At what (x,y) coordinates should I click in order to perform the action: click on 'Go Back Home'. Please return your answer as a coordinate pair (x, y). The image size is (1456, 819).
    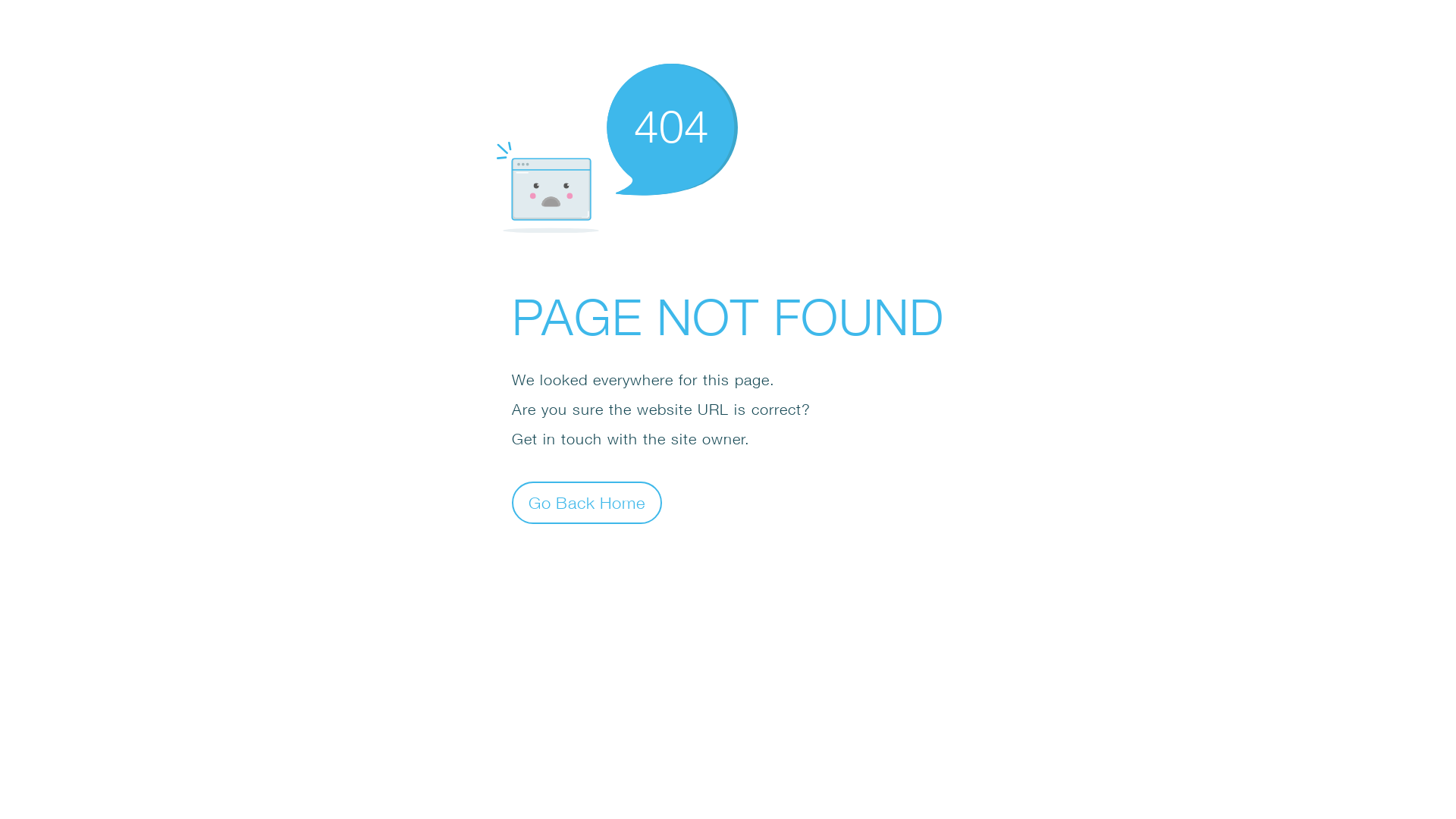
    Looking at the image, I should click on (585, 503).